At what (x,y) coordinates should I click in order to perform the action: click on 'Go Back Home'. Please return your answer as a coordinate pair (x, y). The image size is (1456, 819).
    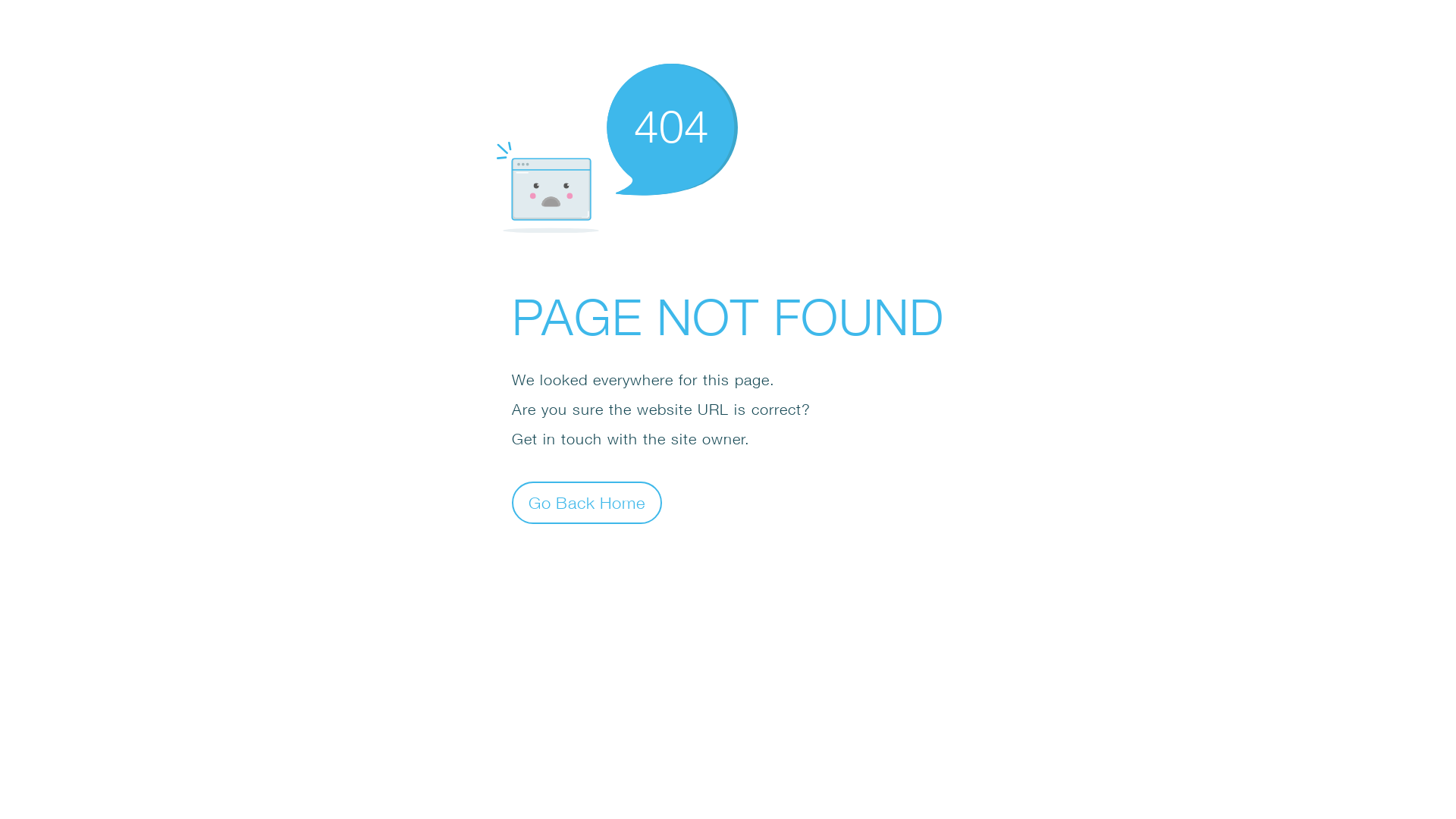
    Looking at the image, I should click on (585, 503).